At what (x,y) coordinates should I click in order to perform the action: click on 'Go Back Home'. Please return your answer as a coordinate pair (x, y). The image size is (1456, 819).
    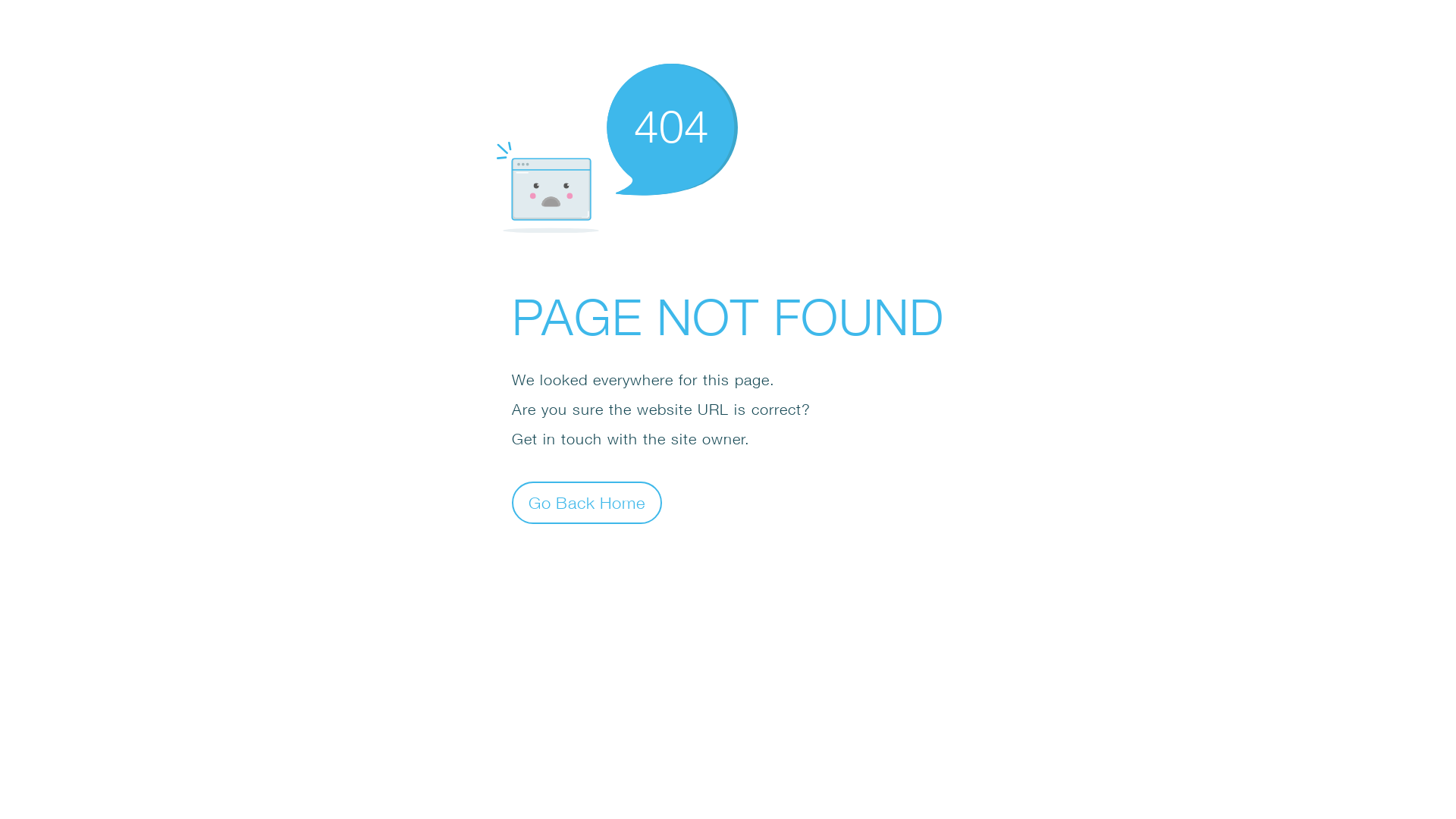
    Looking at the image, I should click on (585, 503).